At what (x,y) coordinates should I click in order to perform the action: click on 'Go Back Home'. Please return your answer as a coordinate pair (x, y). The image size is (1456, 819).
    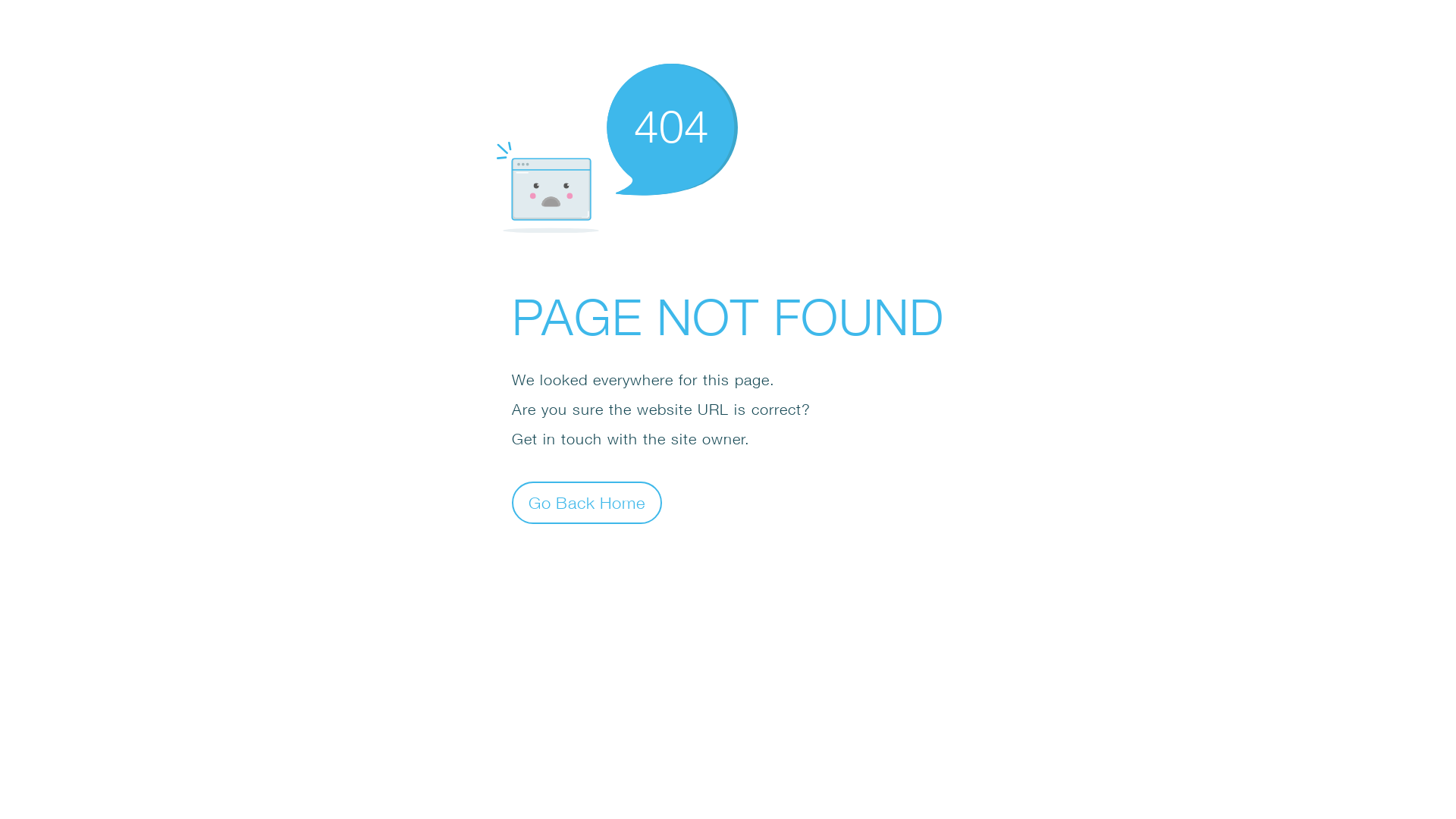
    Looking at the image, I should click on (585, 503).